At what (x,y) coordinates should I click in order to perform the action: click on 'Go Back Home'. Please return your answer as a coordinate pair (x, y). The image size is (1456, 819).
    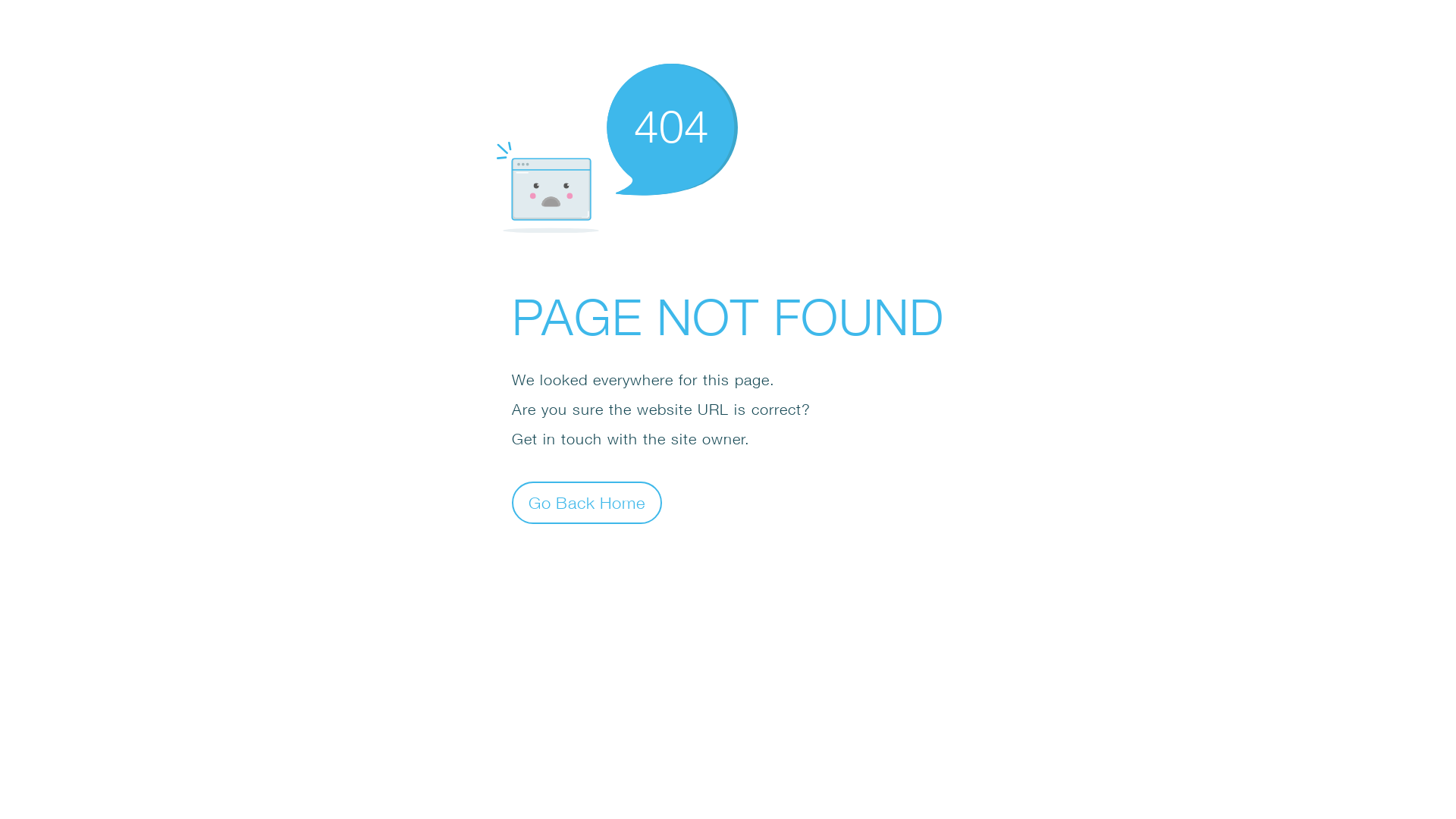
    Looking at the image, I should click on (585, 503).